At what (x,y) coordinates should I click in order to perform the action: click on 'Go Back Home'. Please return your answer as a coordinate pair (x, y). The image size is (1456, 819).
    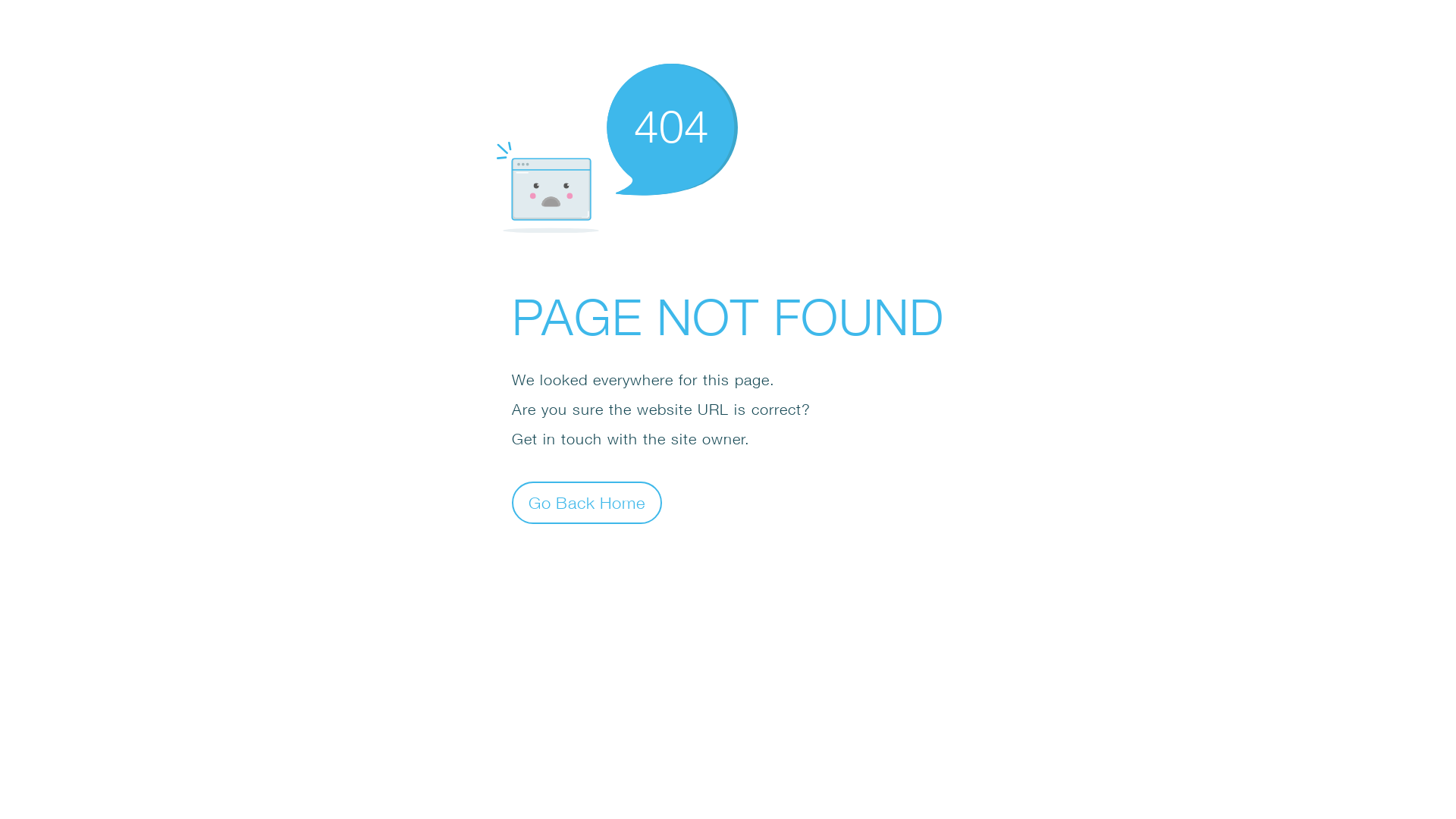
    Looking at the image, I should click on (585, 503).